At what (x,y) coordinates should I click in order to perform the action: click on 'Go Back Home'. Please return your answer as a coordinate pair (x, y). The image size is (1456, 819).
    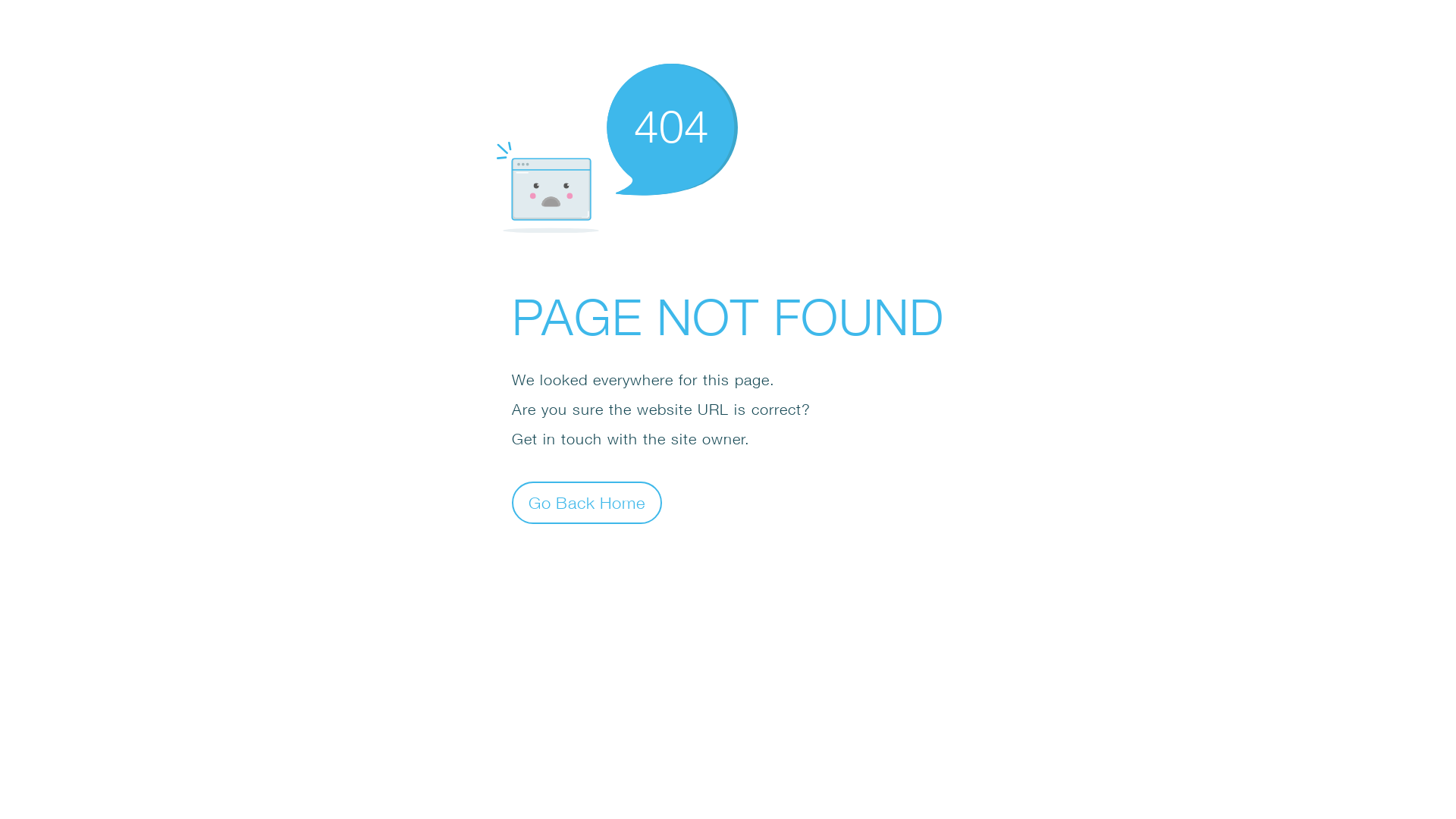
    Looking at the image, I should click on (585, 503).